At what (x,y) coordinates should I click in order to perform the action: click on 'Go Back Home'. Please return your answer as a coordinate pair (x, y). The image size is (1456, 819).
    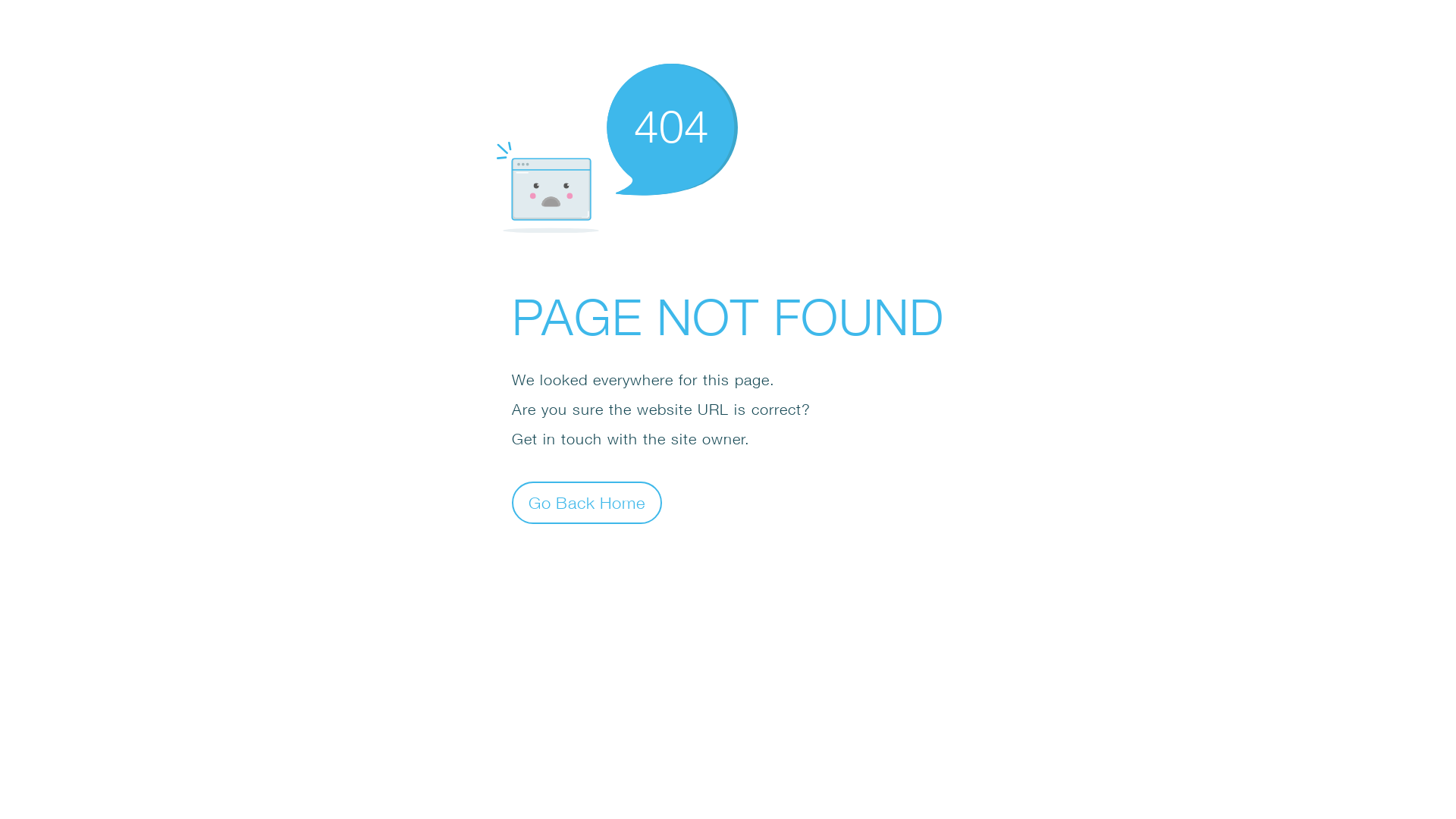
    Looking at the image, I should click on (585, 503).